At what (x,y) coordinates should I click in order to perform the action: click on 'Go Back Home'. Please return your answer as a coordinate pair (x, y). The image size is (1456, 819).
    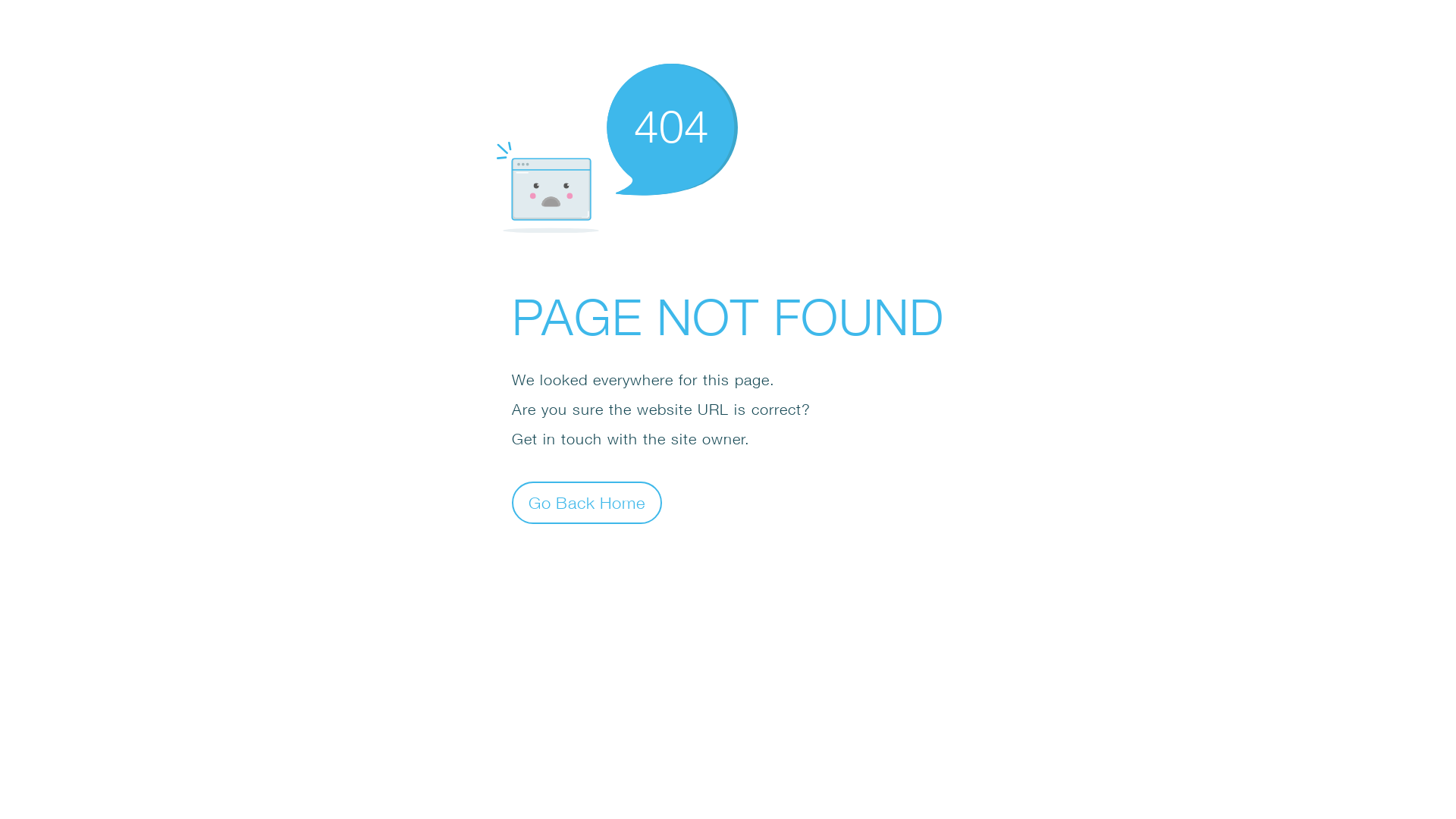
    Looking at the image, I should click on (585, 503).